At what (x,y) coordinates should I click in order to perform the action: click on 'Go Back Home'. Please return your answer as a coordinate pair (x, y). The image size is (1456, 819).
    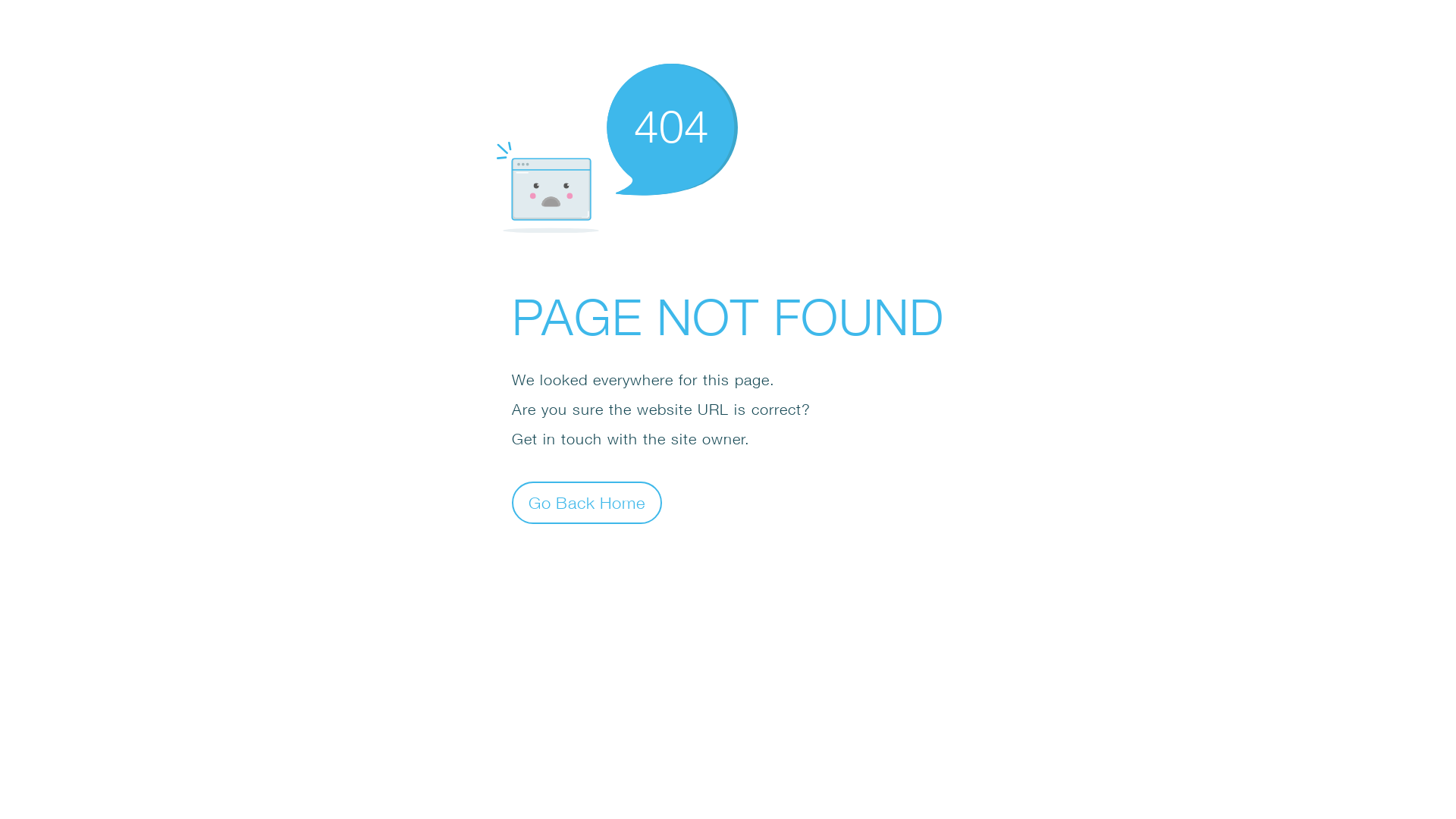
    Looking at the image, I should click on (585, 503).